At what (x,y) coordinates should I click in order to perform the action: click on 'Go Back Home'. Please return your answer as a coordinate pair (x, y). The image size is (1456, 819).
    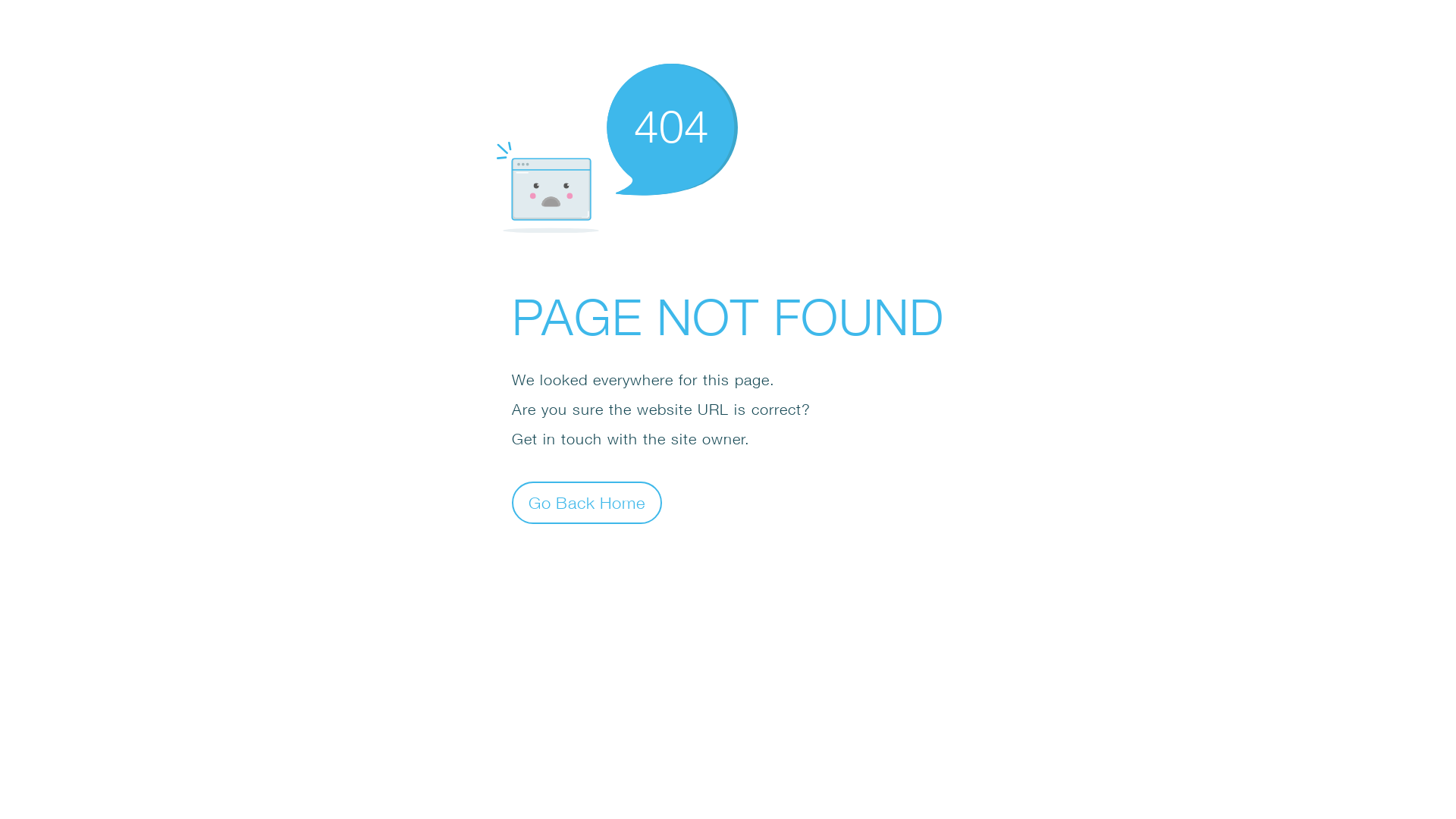
    Looking at the image, I should click on (585, 503).